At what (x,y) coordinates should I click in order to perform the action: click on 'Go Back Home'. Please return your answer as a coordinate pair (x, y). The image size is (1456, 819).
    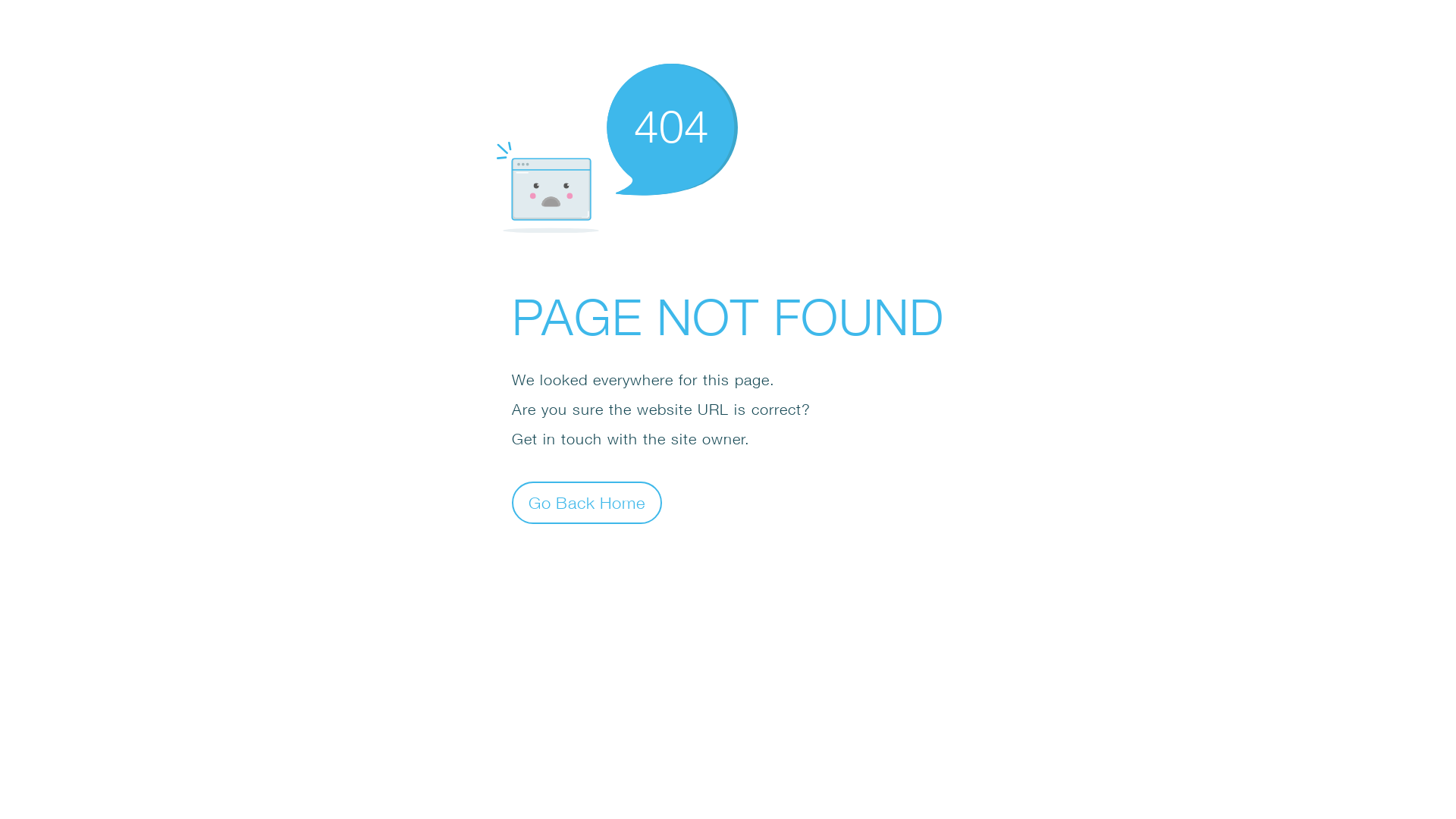
    Looking at the image, I should click on (585, 503).